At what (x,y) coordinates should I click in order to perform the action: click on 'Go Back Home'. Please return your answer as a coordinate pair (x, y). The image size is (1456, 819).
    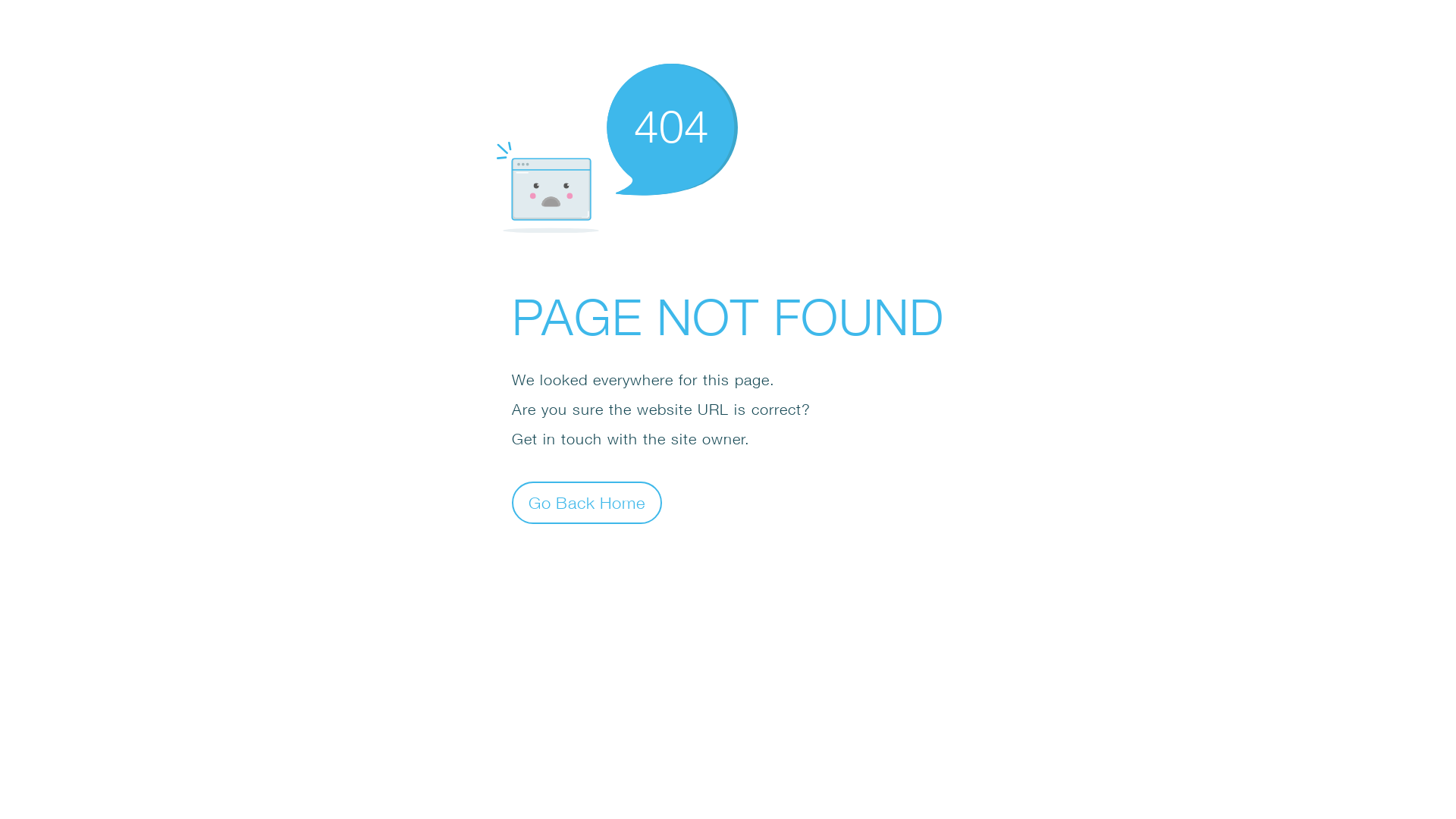
    Looking at the image, I should click on (585, 503).